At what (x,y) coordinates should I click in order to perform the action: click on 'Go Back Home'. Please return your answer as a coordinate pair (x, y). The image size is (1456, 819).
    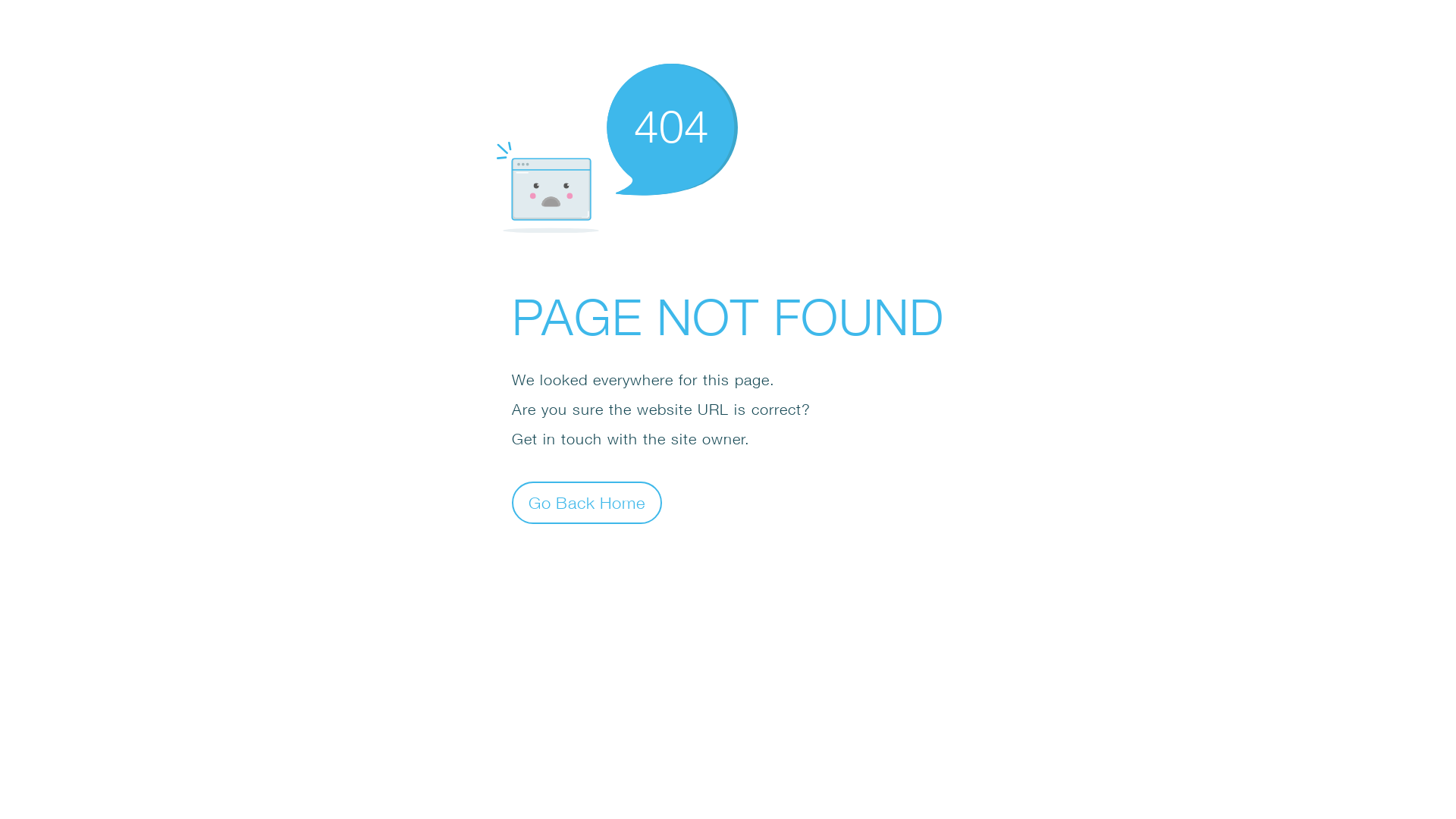
    Looking at the image, I should click on (585, 503).